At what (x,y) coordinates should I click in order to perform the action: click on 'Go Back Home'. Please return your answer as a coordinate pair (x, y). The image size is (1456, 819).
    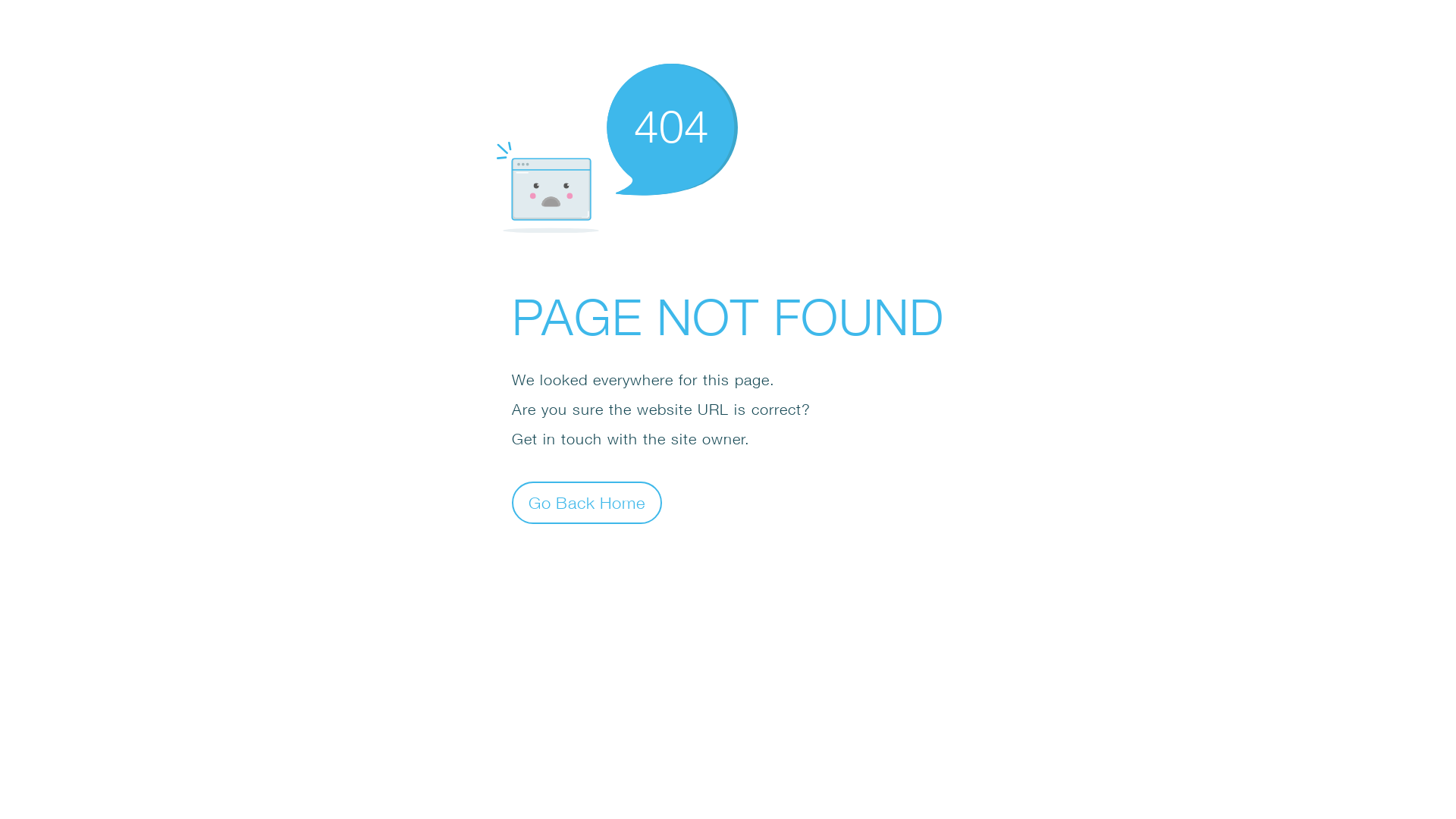
    Looking at the image, I should click on (585, 503).